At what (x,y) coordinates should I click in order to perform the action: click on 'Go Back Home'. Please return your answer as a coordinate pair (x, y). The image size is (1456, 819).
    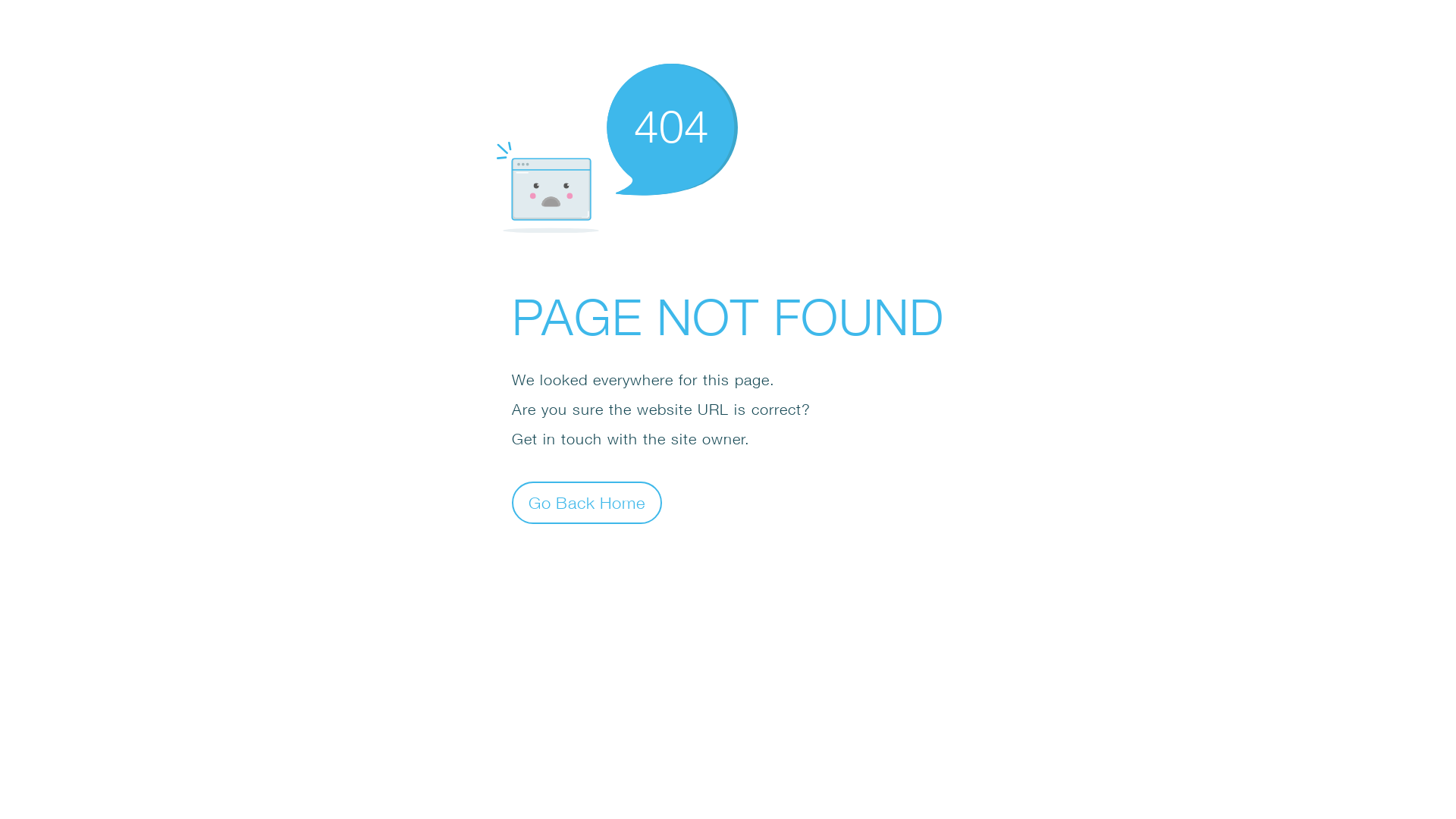
    Looking at the image, I should click on (585, 503).